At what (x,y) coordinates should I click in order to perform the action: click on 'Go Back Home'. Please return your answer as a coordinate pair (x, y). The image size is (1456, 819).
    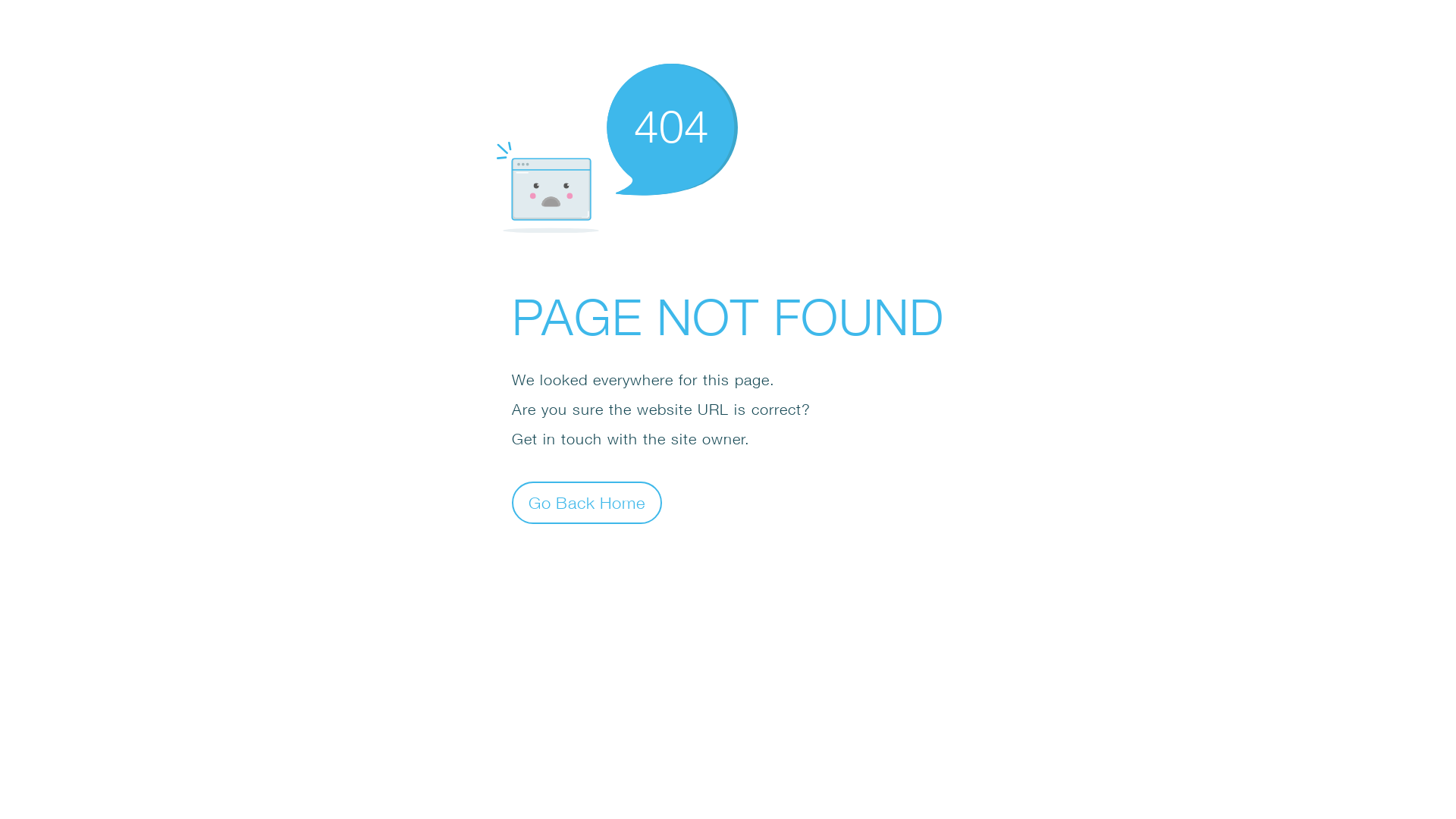
    Looking at the image, I should click on (585, 503).